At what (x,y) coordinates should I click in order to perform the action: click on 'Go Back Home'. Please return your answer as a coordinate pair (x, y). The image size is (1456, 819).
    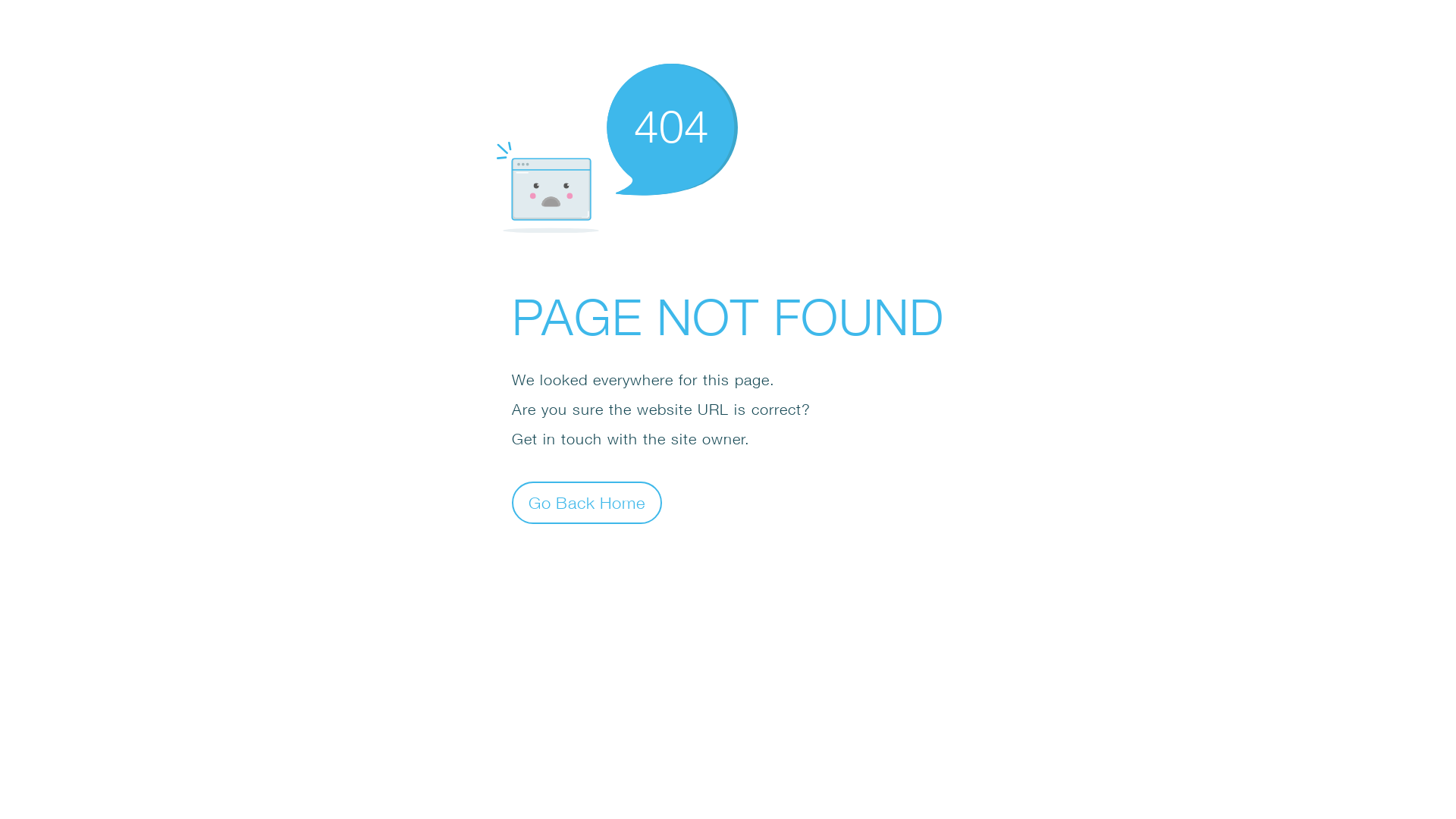
    Looking at the image, I should click on (585, 503).